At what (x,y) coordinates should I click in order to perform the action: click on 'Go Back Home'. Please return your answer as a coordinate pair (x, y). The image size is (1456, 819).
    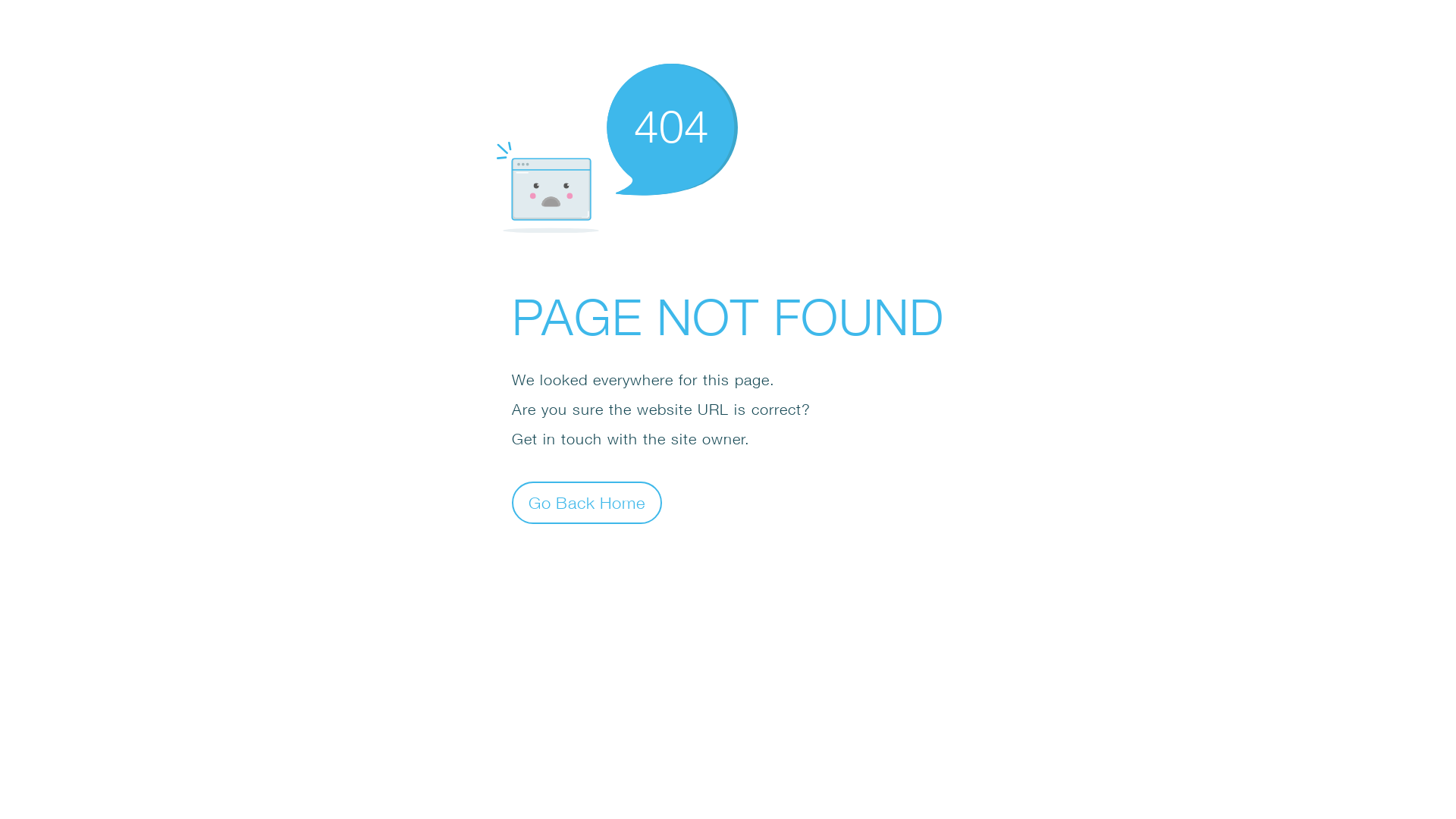
    Looking at the image, I should click on (585, 503).